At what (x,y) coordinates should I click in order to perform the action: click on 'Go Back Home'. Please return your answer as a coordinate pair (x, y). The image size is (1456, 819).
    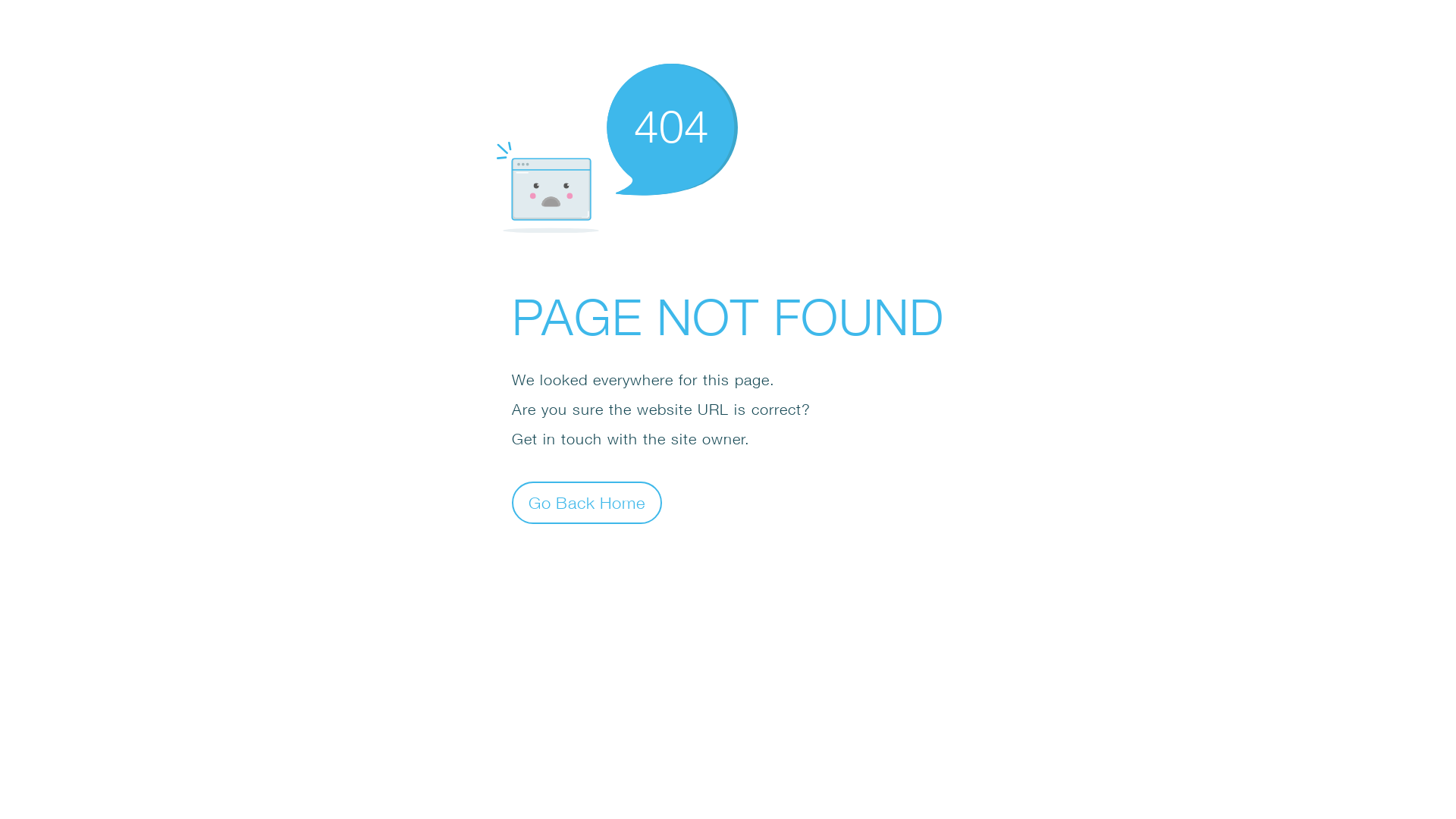
    Looking at the image, I should click on (585, 503).